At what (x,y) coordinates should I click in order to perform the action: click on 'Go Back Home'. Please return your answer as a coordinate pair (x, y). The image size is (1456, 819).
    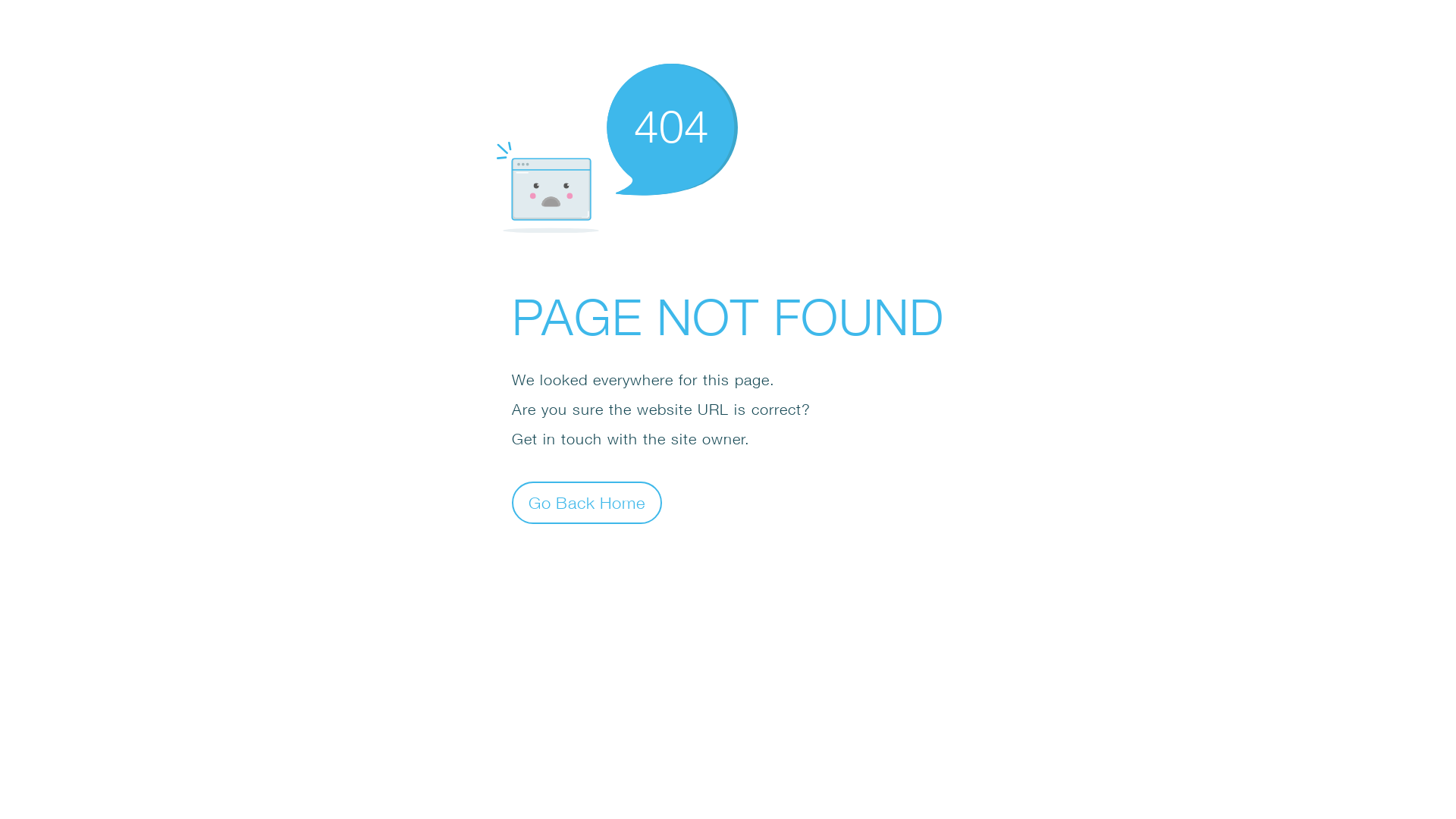
    Looking at the image, I should click on (585, 503).